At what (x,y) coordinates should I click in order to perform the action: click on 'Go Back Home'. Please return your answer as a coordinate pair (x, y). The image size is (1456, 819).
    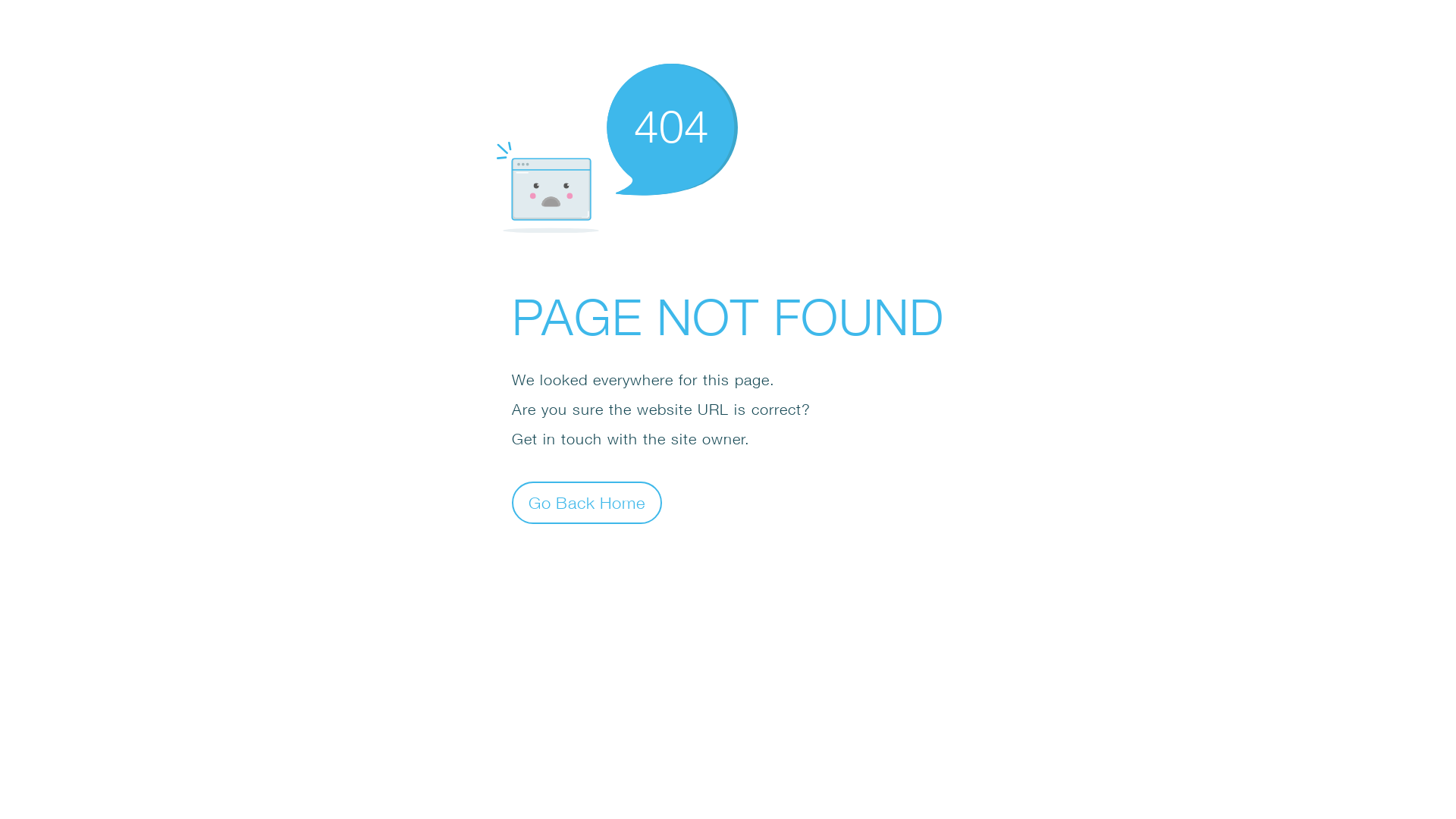
    Looking at the image, I should click on (585, 503).